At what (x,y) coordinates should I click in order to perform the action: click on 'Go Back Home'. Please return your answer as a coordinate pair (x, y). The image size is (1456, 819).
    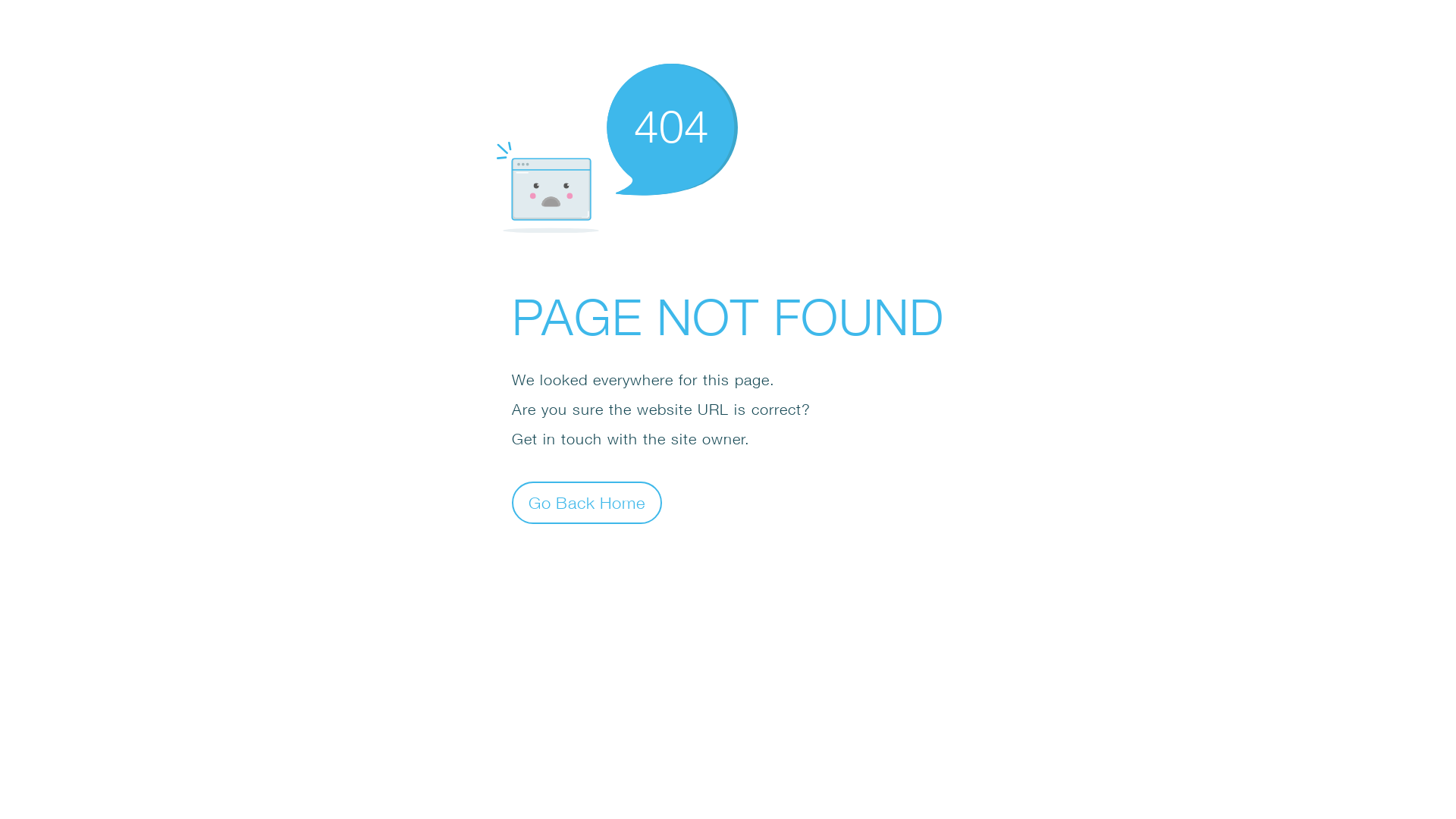
    Looking at the image, I should click on (585, 503).